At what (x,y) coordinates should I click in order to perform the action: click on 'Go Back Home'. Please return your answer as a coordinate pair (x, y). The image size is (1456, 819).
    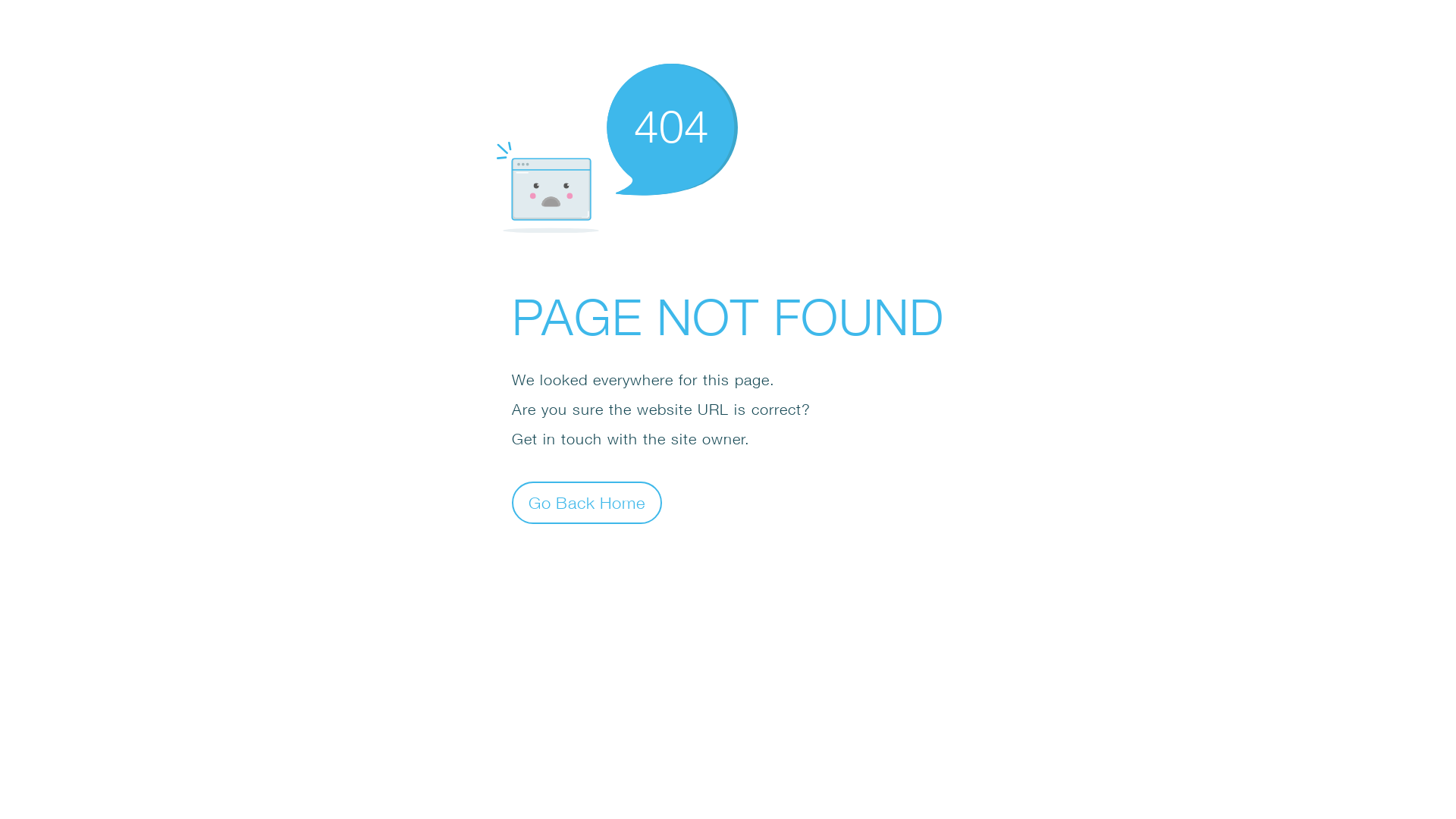
    Looking at the image, I should click on (585, 503).